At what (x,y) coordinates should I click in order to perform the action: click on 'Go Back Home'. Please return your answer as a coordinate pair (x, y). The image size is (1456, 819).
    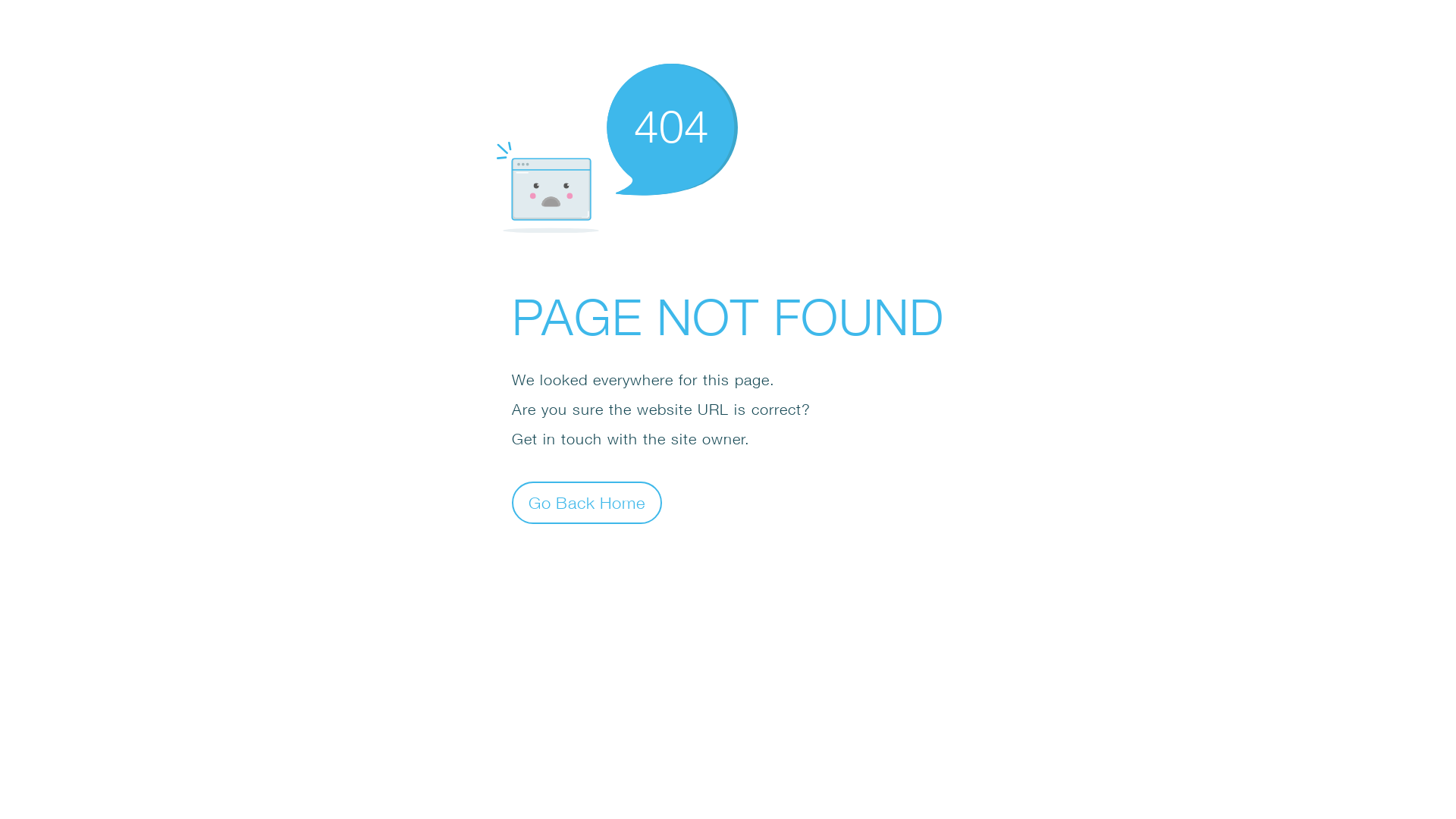
    Looking at the image, I should click on (585, 503).